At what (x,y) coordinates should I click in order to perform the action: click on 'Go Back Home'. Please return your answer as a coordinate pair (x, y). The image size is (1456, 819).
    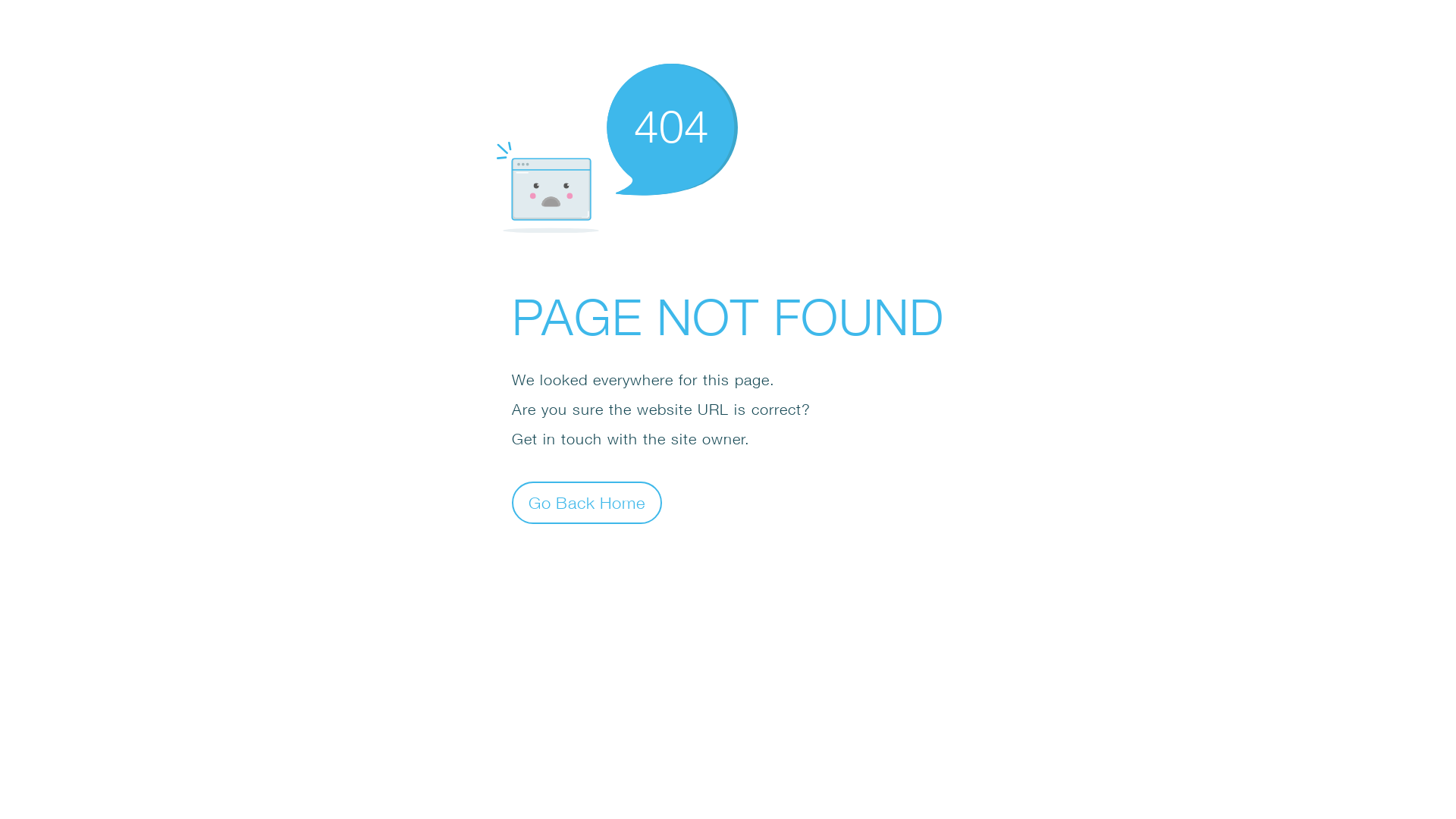
    Looking at the image, I should click on (585, 503).